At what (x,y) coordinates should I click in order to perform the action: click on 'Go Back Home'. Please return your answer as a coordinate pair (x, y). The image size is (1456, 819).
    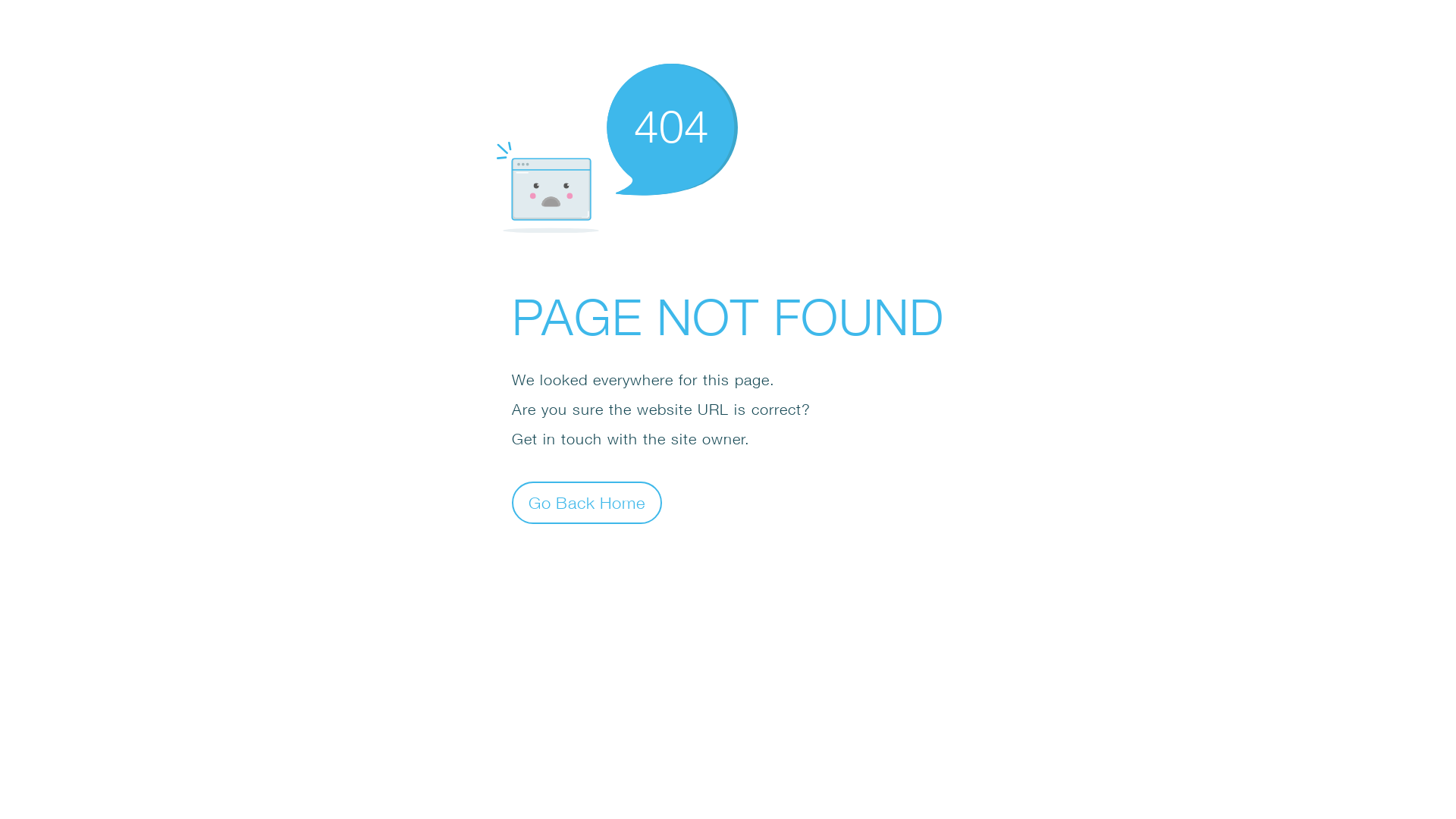
    Looking at the image, I should click on (585, 503).